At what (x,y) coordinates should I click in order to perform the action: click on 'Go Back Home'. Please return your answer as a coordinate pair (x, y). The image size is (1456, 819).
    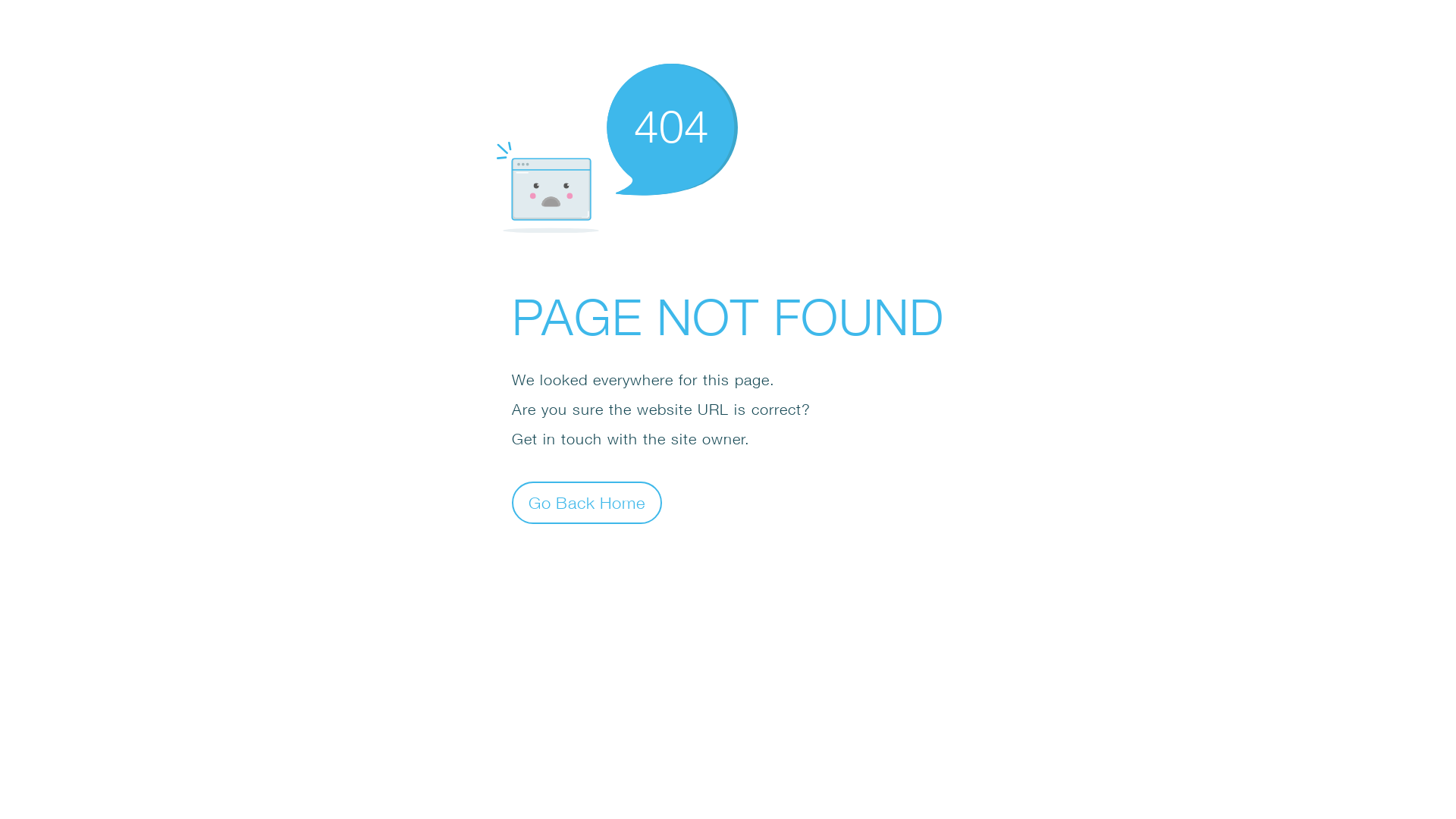
    Looking at the image, I should click on (585, 503).